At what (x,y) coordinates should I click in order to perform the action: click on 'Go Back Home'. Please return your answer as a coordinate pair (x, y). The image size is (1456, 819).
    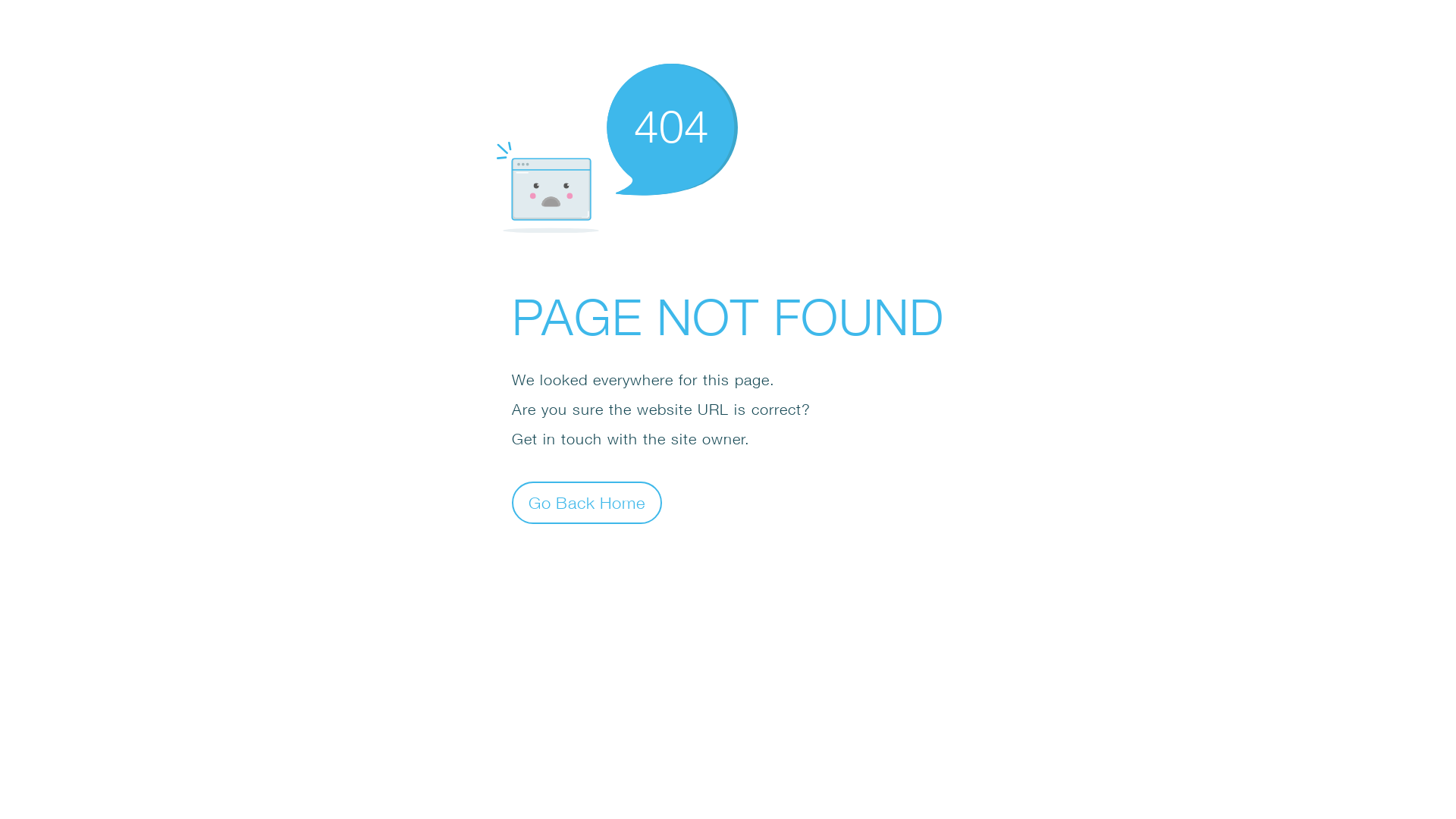
    Looking at the image, I should click on (585, 503).